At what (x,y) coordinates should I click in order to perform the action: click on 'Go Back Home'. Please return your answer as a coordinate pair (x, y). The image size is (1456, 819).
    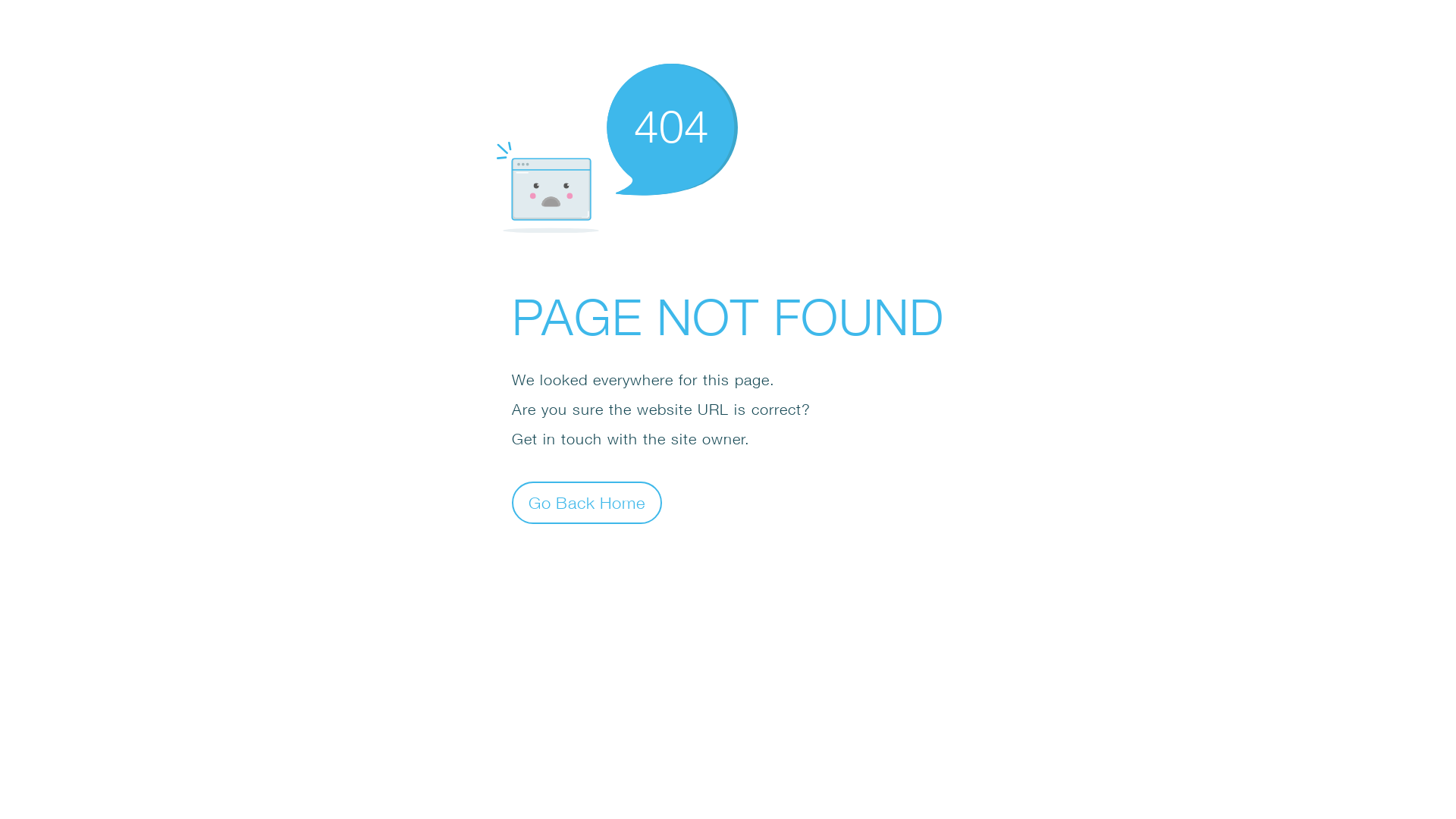
    Looking at the image, I should click on (585, 503).